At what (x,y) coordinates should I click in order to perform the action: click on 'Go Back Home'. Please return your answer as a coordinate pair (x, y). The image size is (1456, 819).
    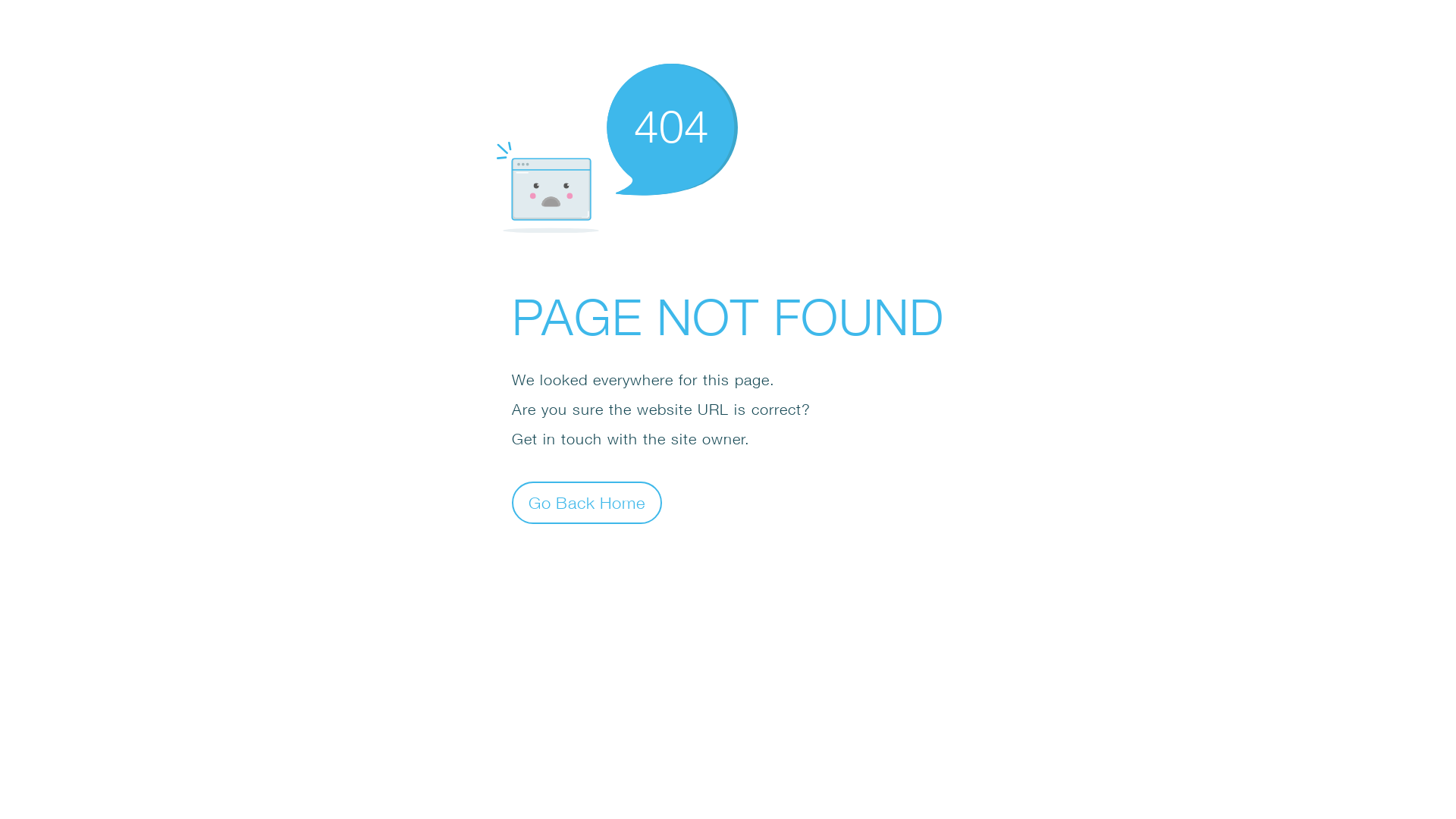
    Looking at the image, I should click on (585, 503).